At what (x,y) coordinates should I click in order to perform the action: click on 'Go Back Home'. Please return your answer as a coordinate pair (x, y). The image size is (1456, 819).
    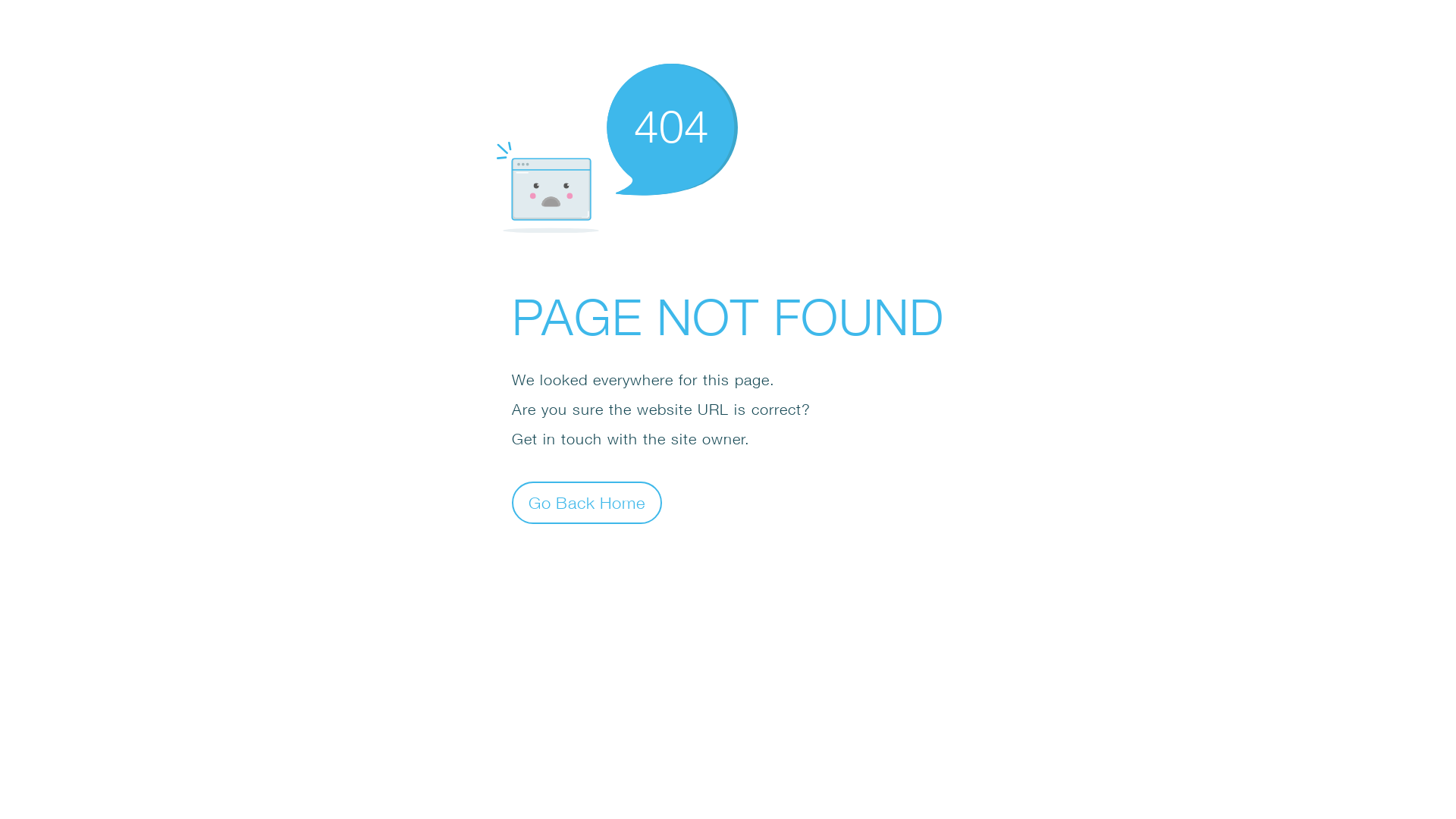
    Looking at the image, I should click on (585, 503).